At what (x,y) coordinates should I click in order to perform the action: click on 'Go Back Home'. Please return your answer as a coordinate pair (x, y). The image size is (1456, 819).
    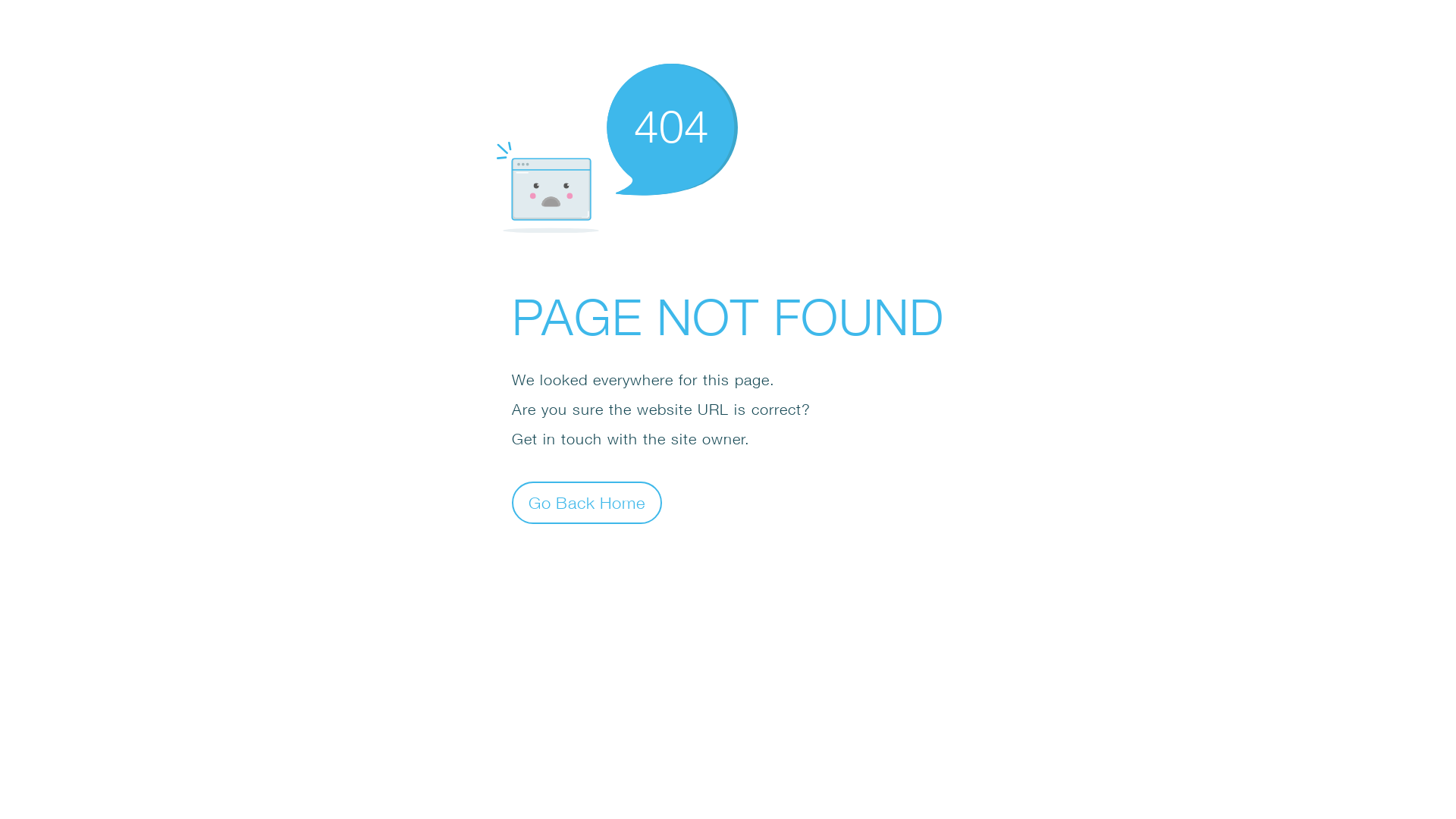
    Looking at the image, I should click on (585, 503).